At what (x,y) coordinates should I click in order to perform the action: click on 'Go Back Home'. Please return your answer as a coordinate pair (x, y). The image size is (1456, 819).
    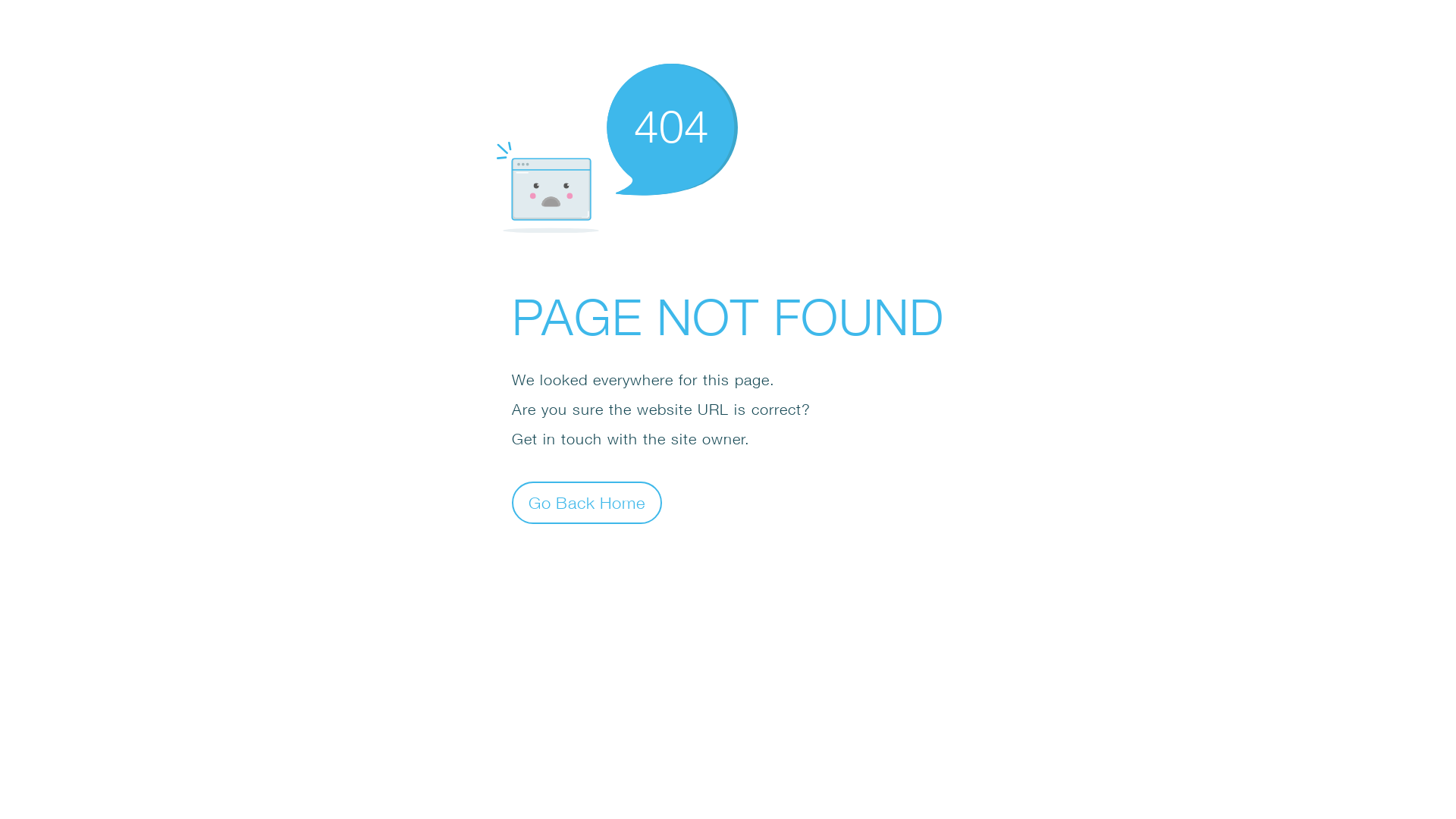
    Looking at the image, I should click on (585, 503).